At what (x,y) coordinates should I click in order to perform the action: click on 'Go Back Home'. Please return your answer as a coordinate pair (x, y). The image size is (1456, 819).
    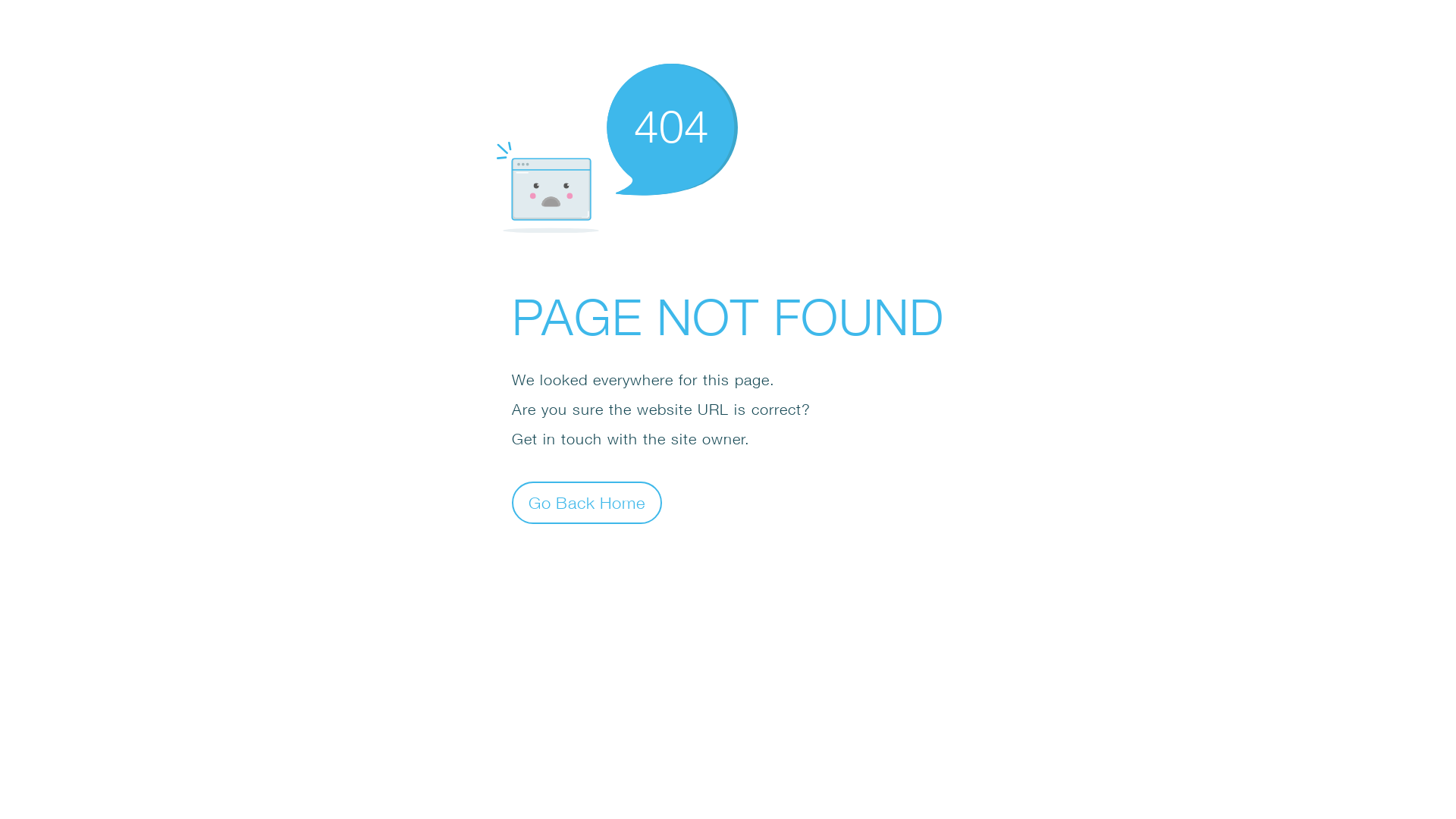
    Looking at the image, I should click on (585, 503).